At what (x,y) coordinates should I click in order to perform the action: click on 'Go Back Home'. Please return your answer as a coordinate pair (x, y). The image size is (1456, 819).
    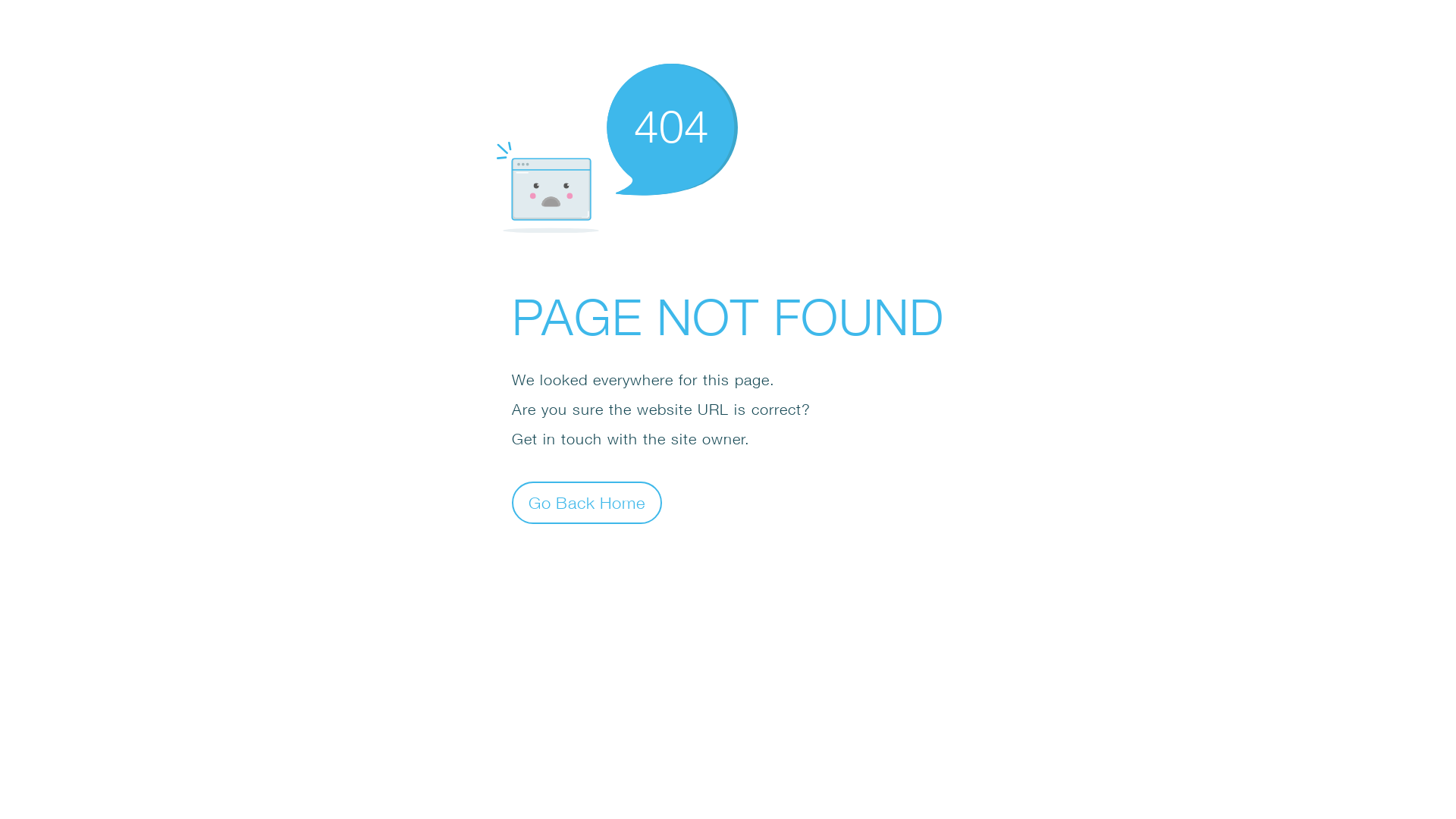
    Looking at the image, I should click on (585, 503).